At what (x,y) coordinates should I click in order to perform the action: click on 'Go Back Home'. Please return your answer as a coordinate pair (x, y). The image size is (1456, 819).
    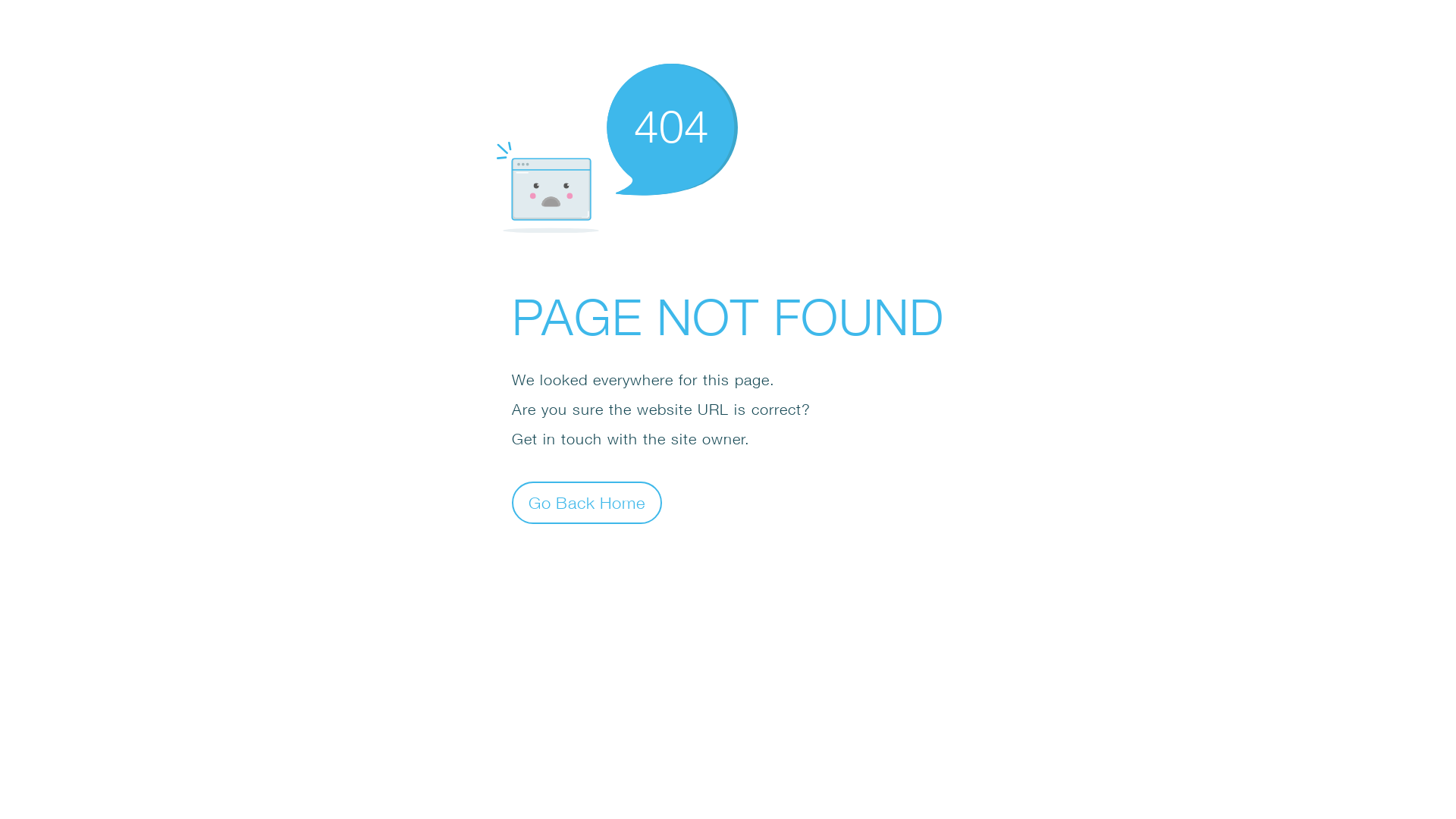
    Looking at the image, I should click on (585, 503).